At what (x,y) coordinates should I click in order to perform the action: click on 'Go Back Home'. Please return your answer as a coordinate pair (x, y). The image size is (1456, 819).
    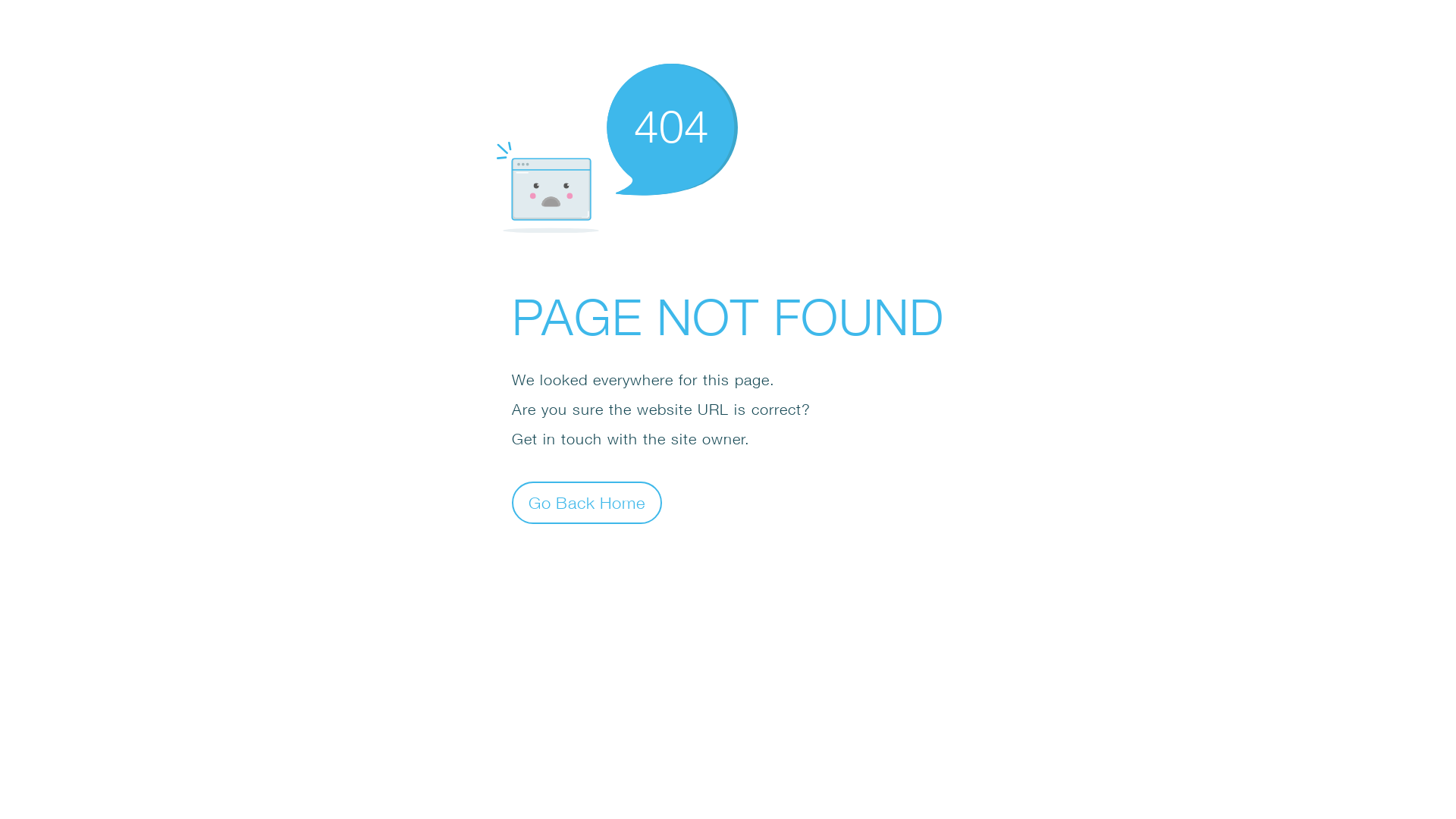
    Looking at the image, I should click on (585, 503).